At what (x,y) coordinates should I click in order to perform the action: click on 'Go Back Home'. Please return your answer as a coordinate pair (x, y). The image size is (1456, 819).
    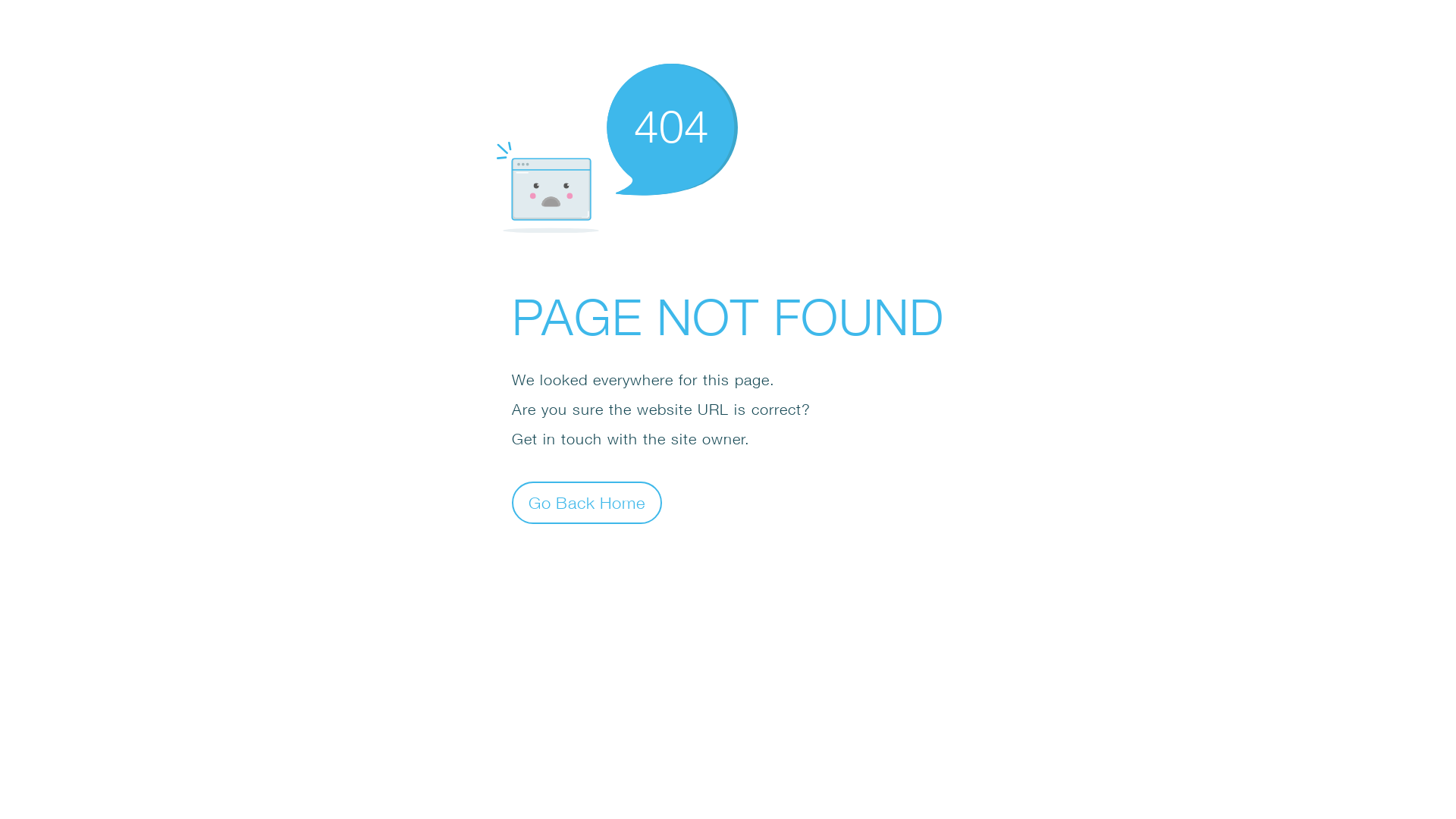
    Looking at the image, I should click on (585, 503).